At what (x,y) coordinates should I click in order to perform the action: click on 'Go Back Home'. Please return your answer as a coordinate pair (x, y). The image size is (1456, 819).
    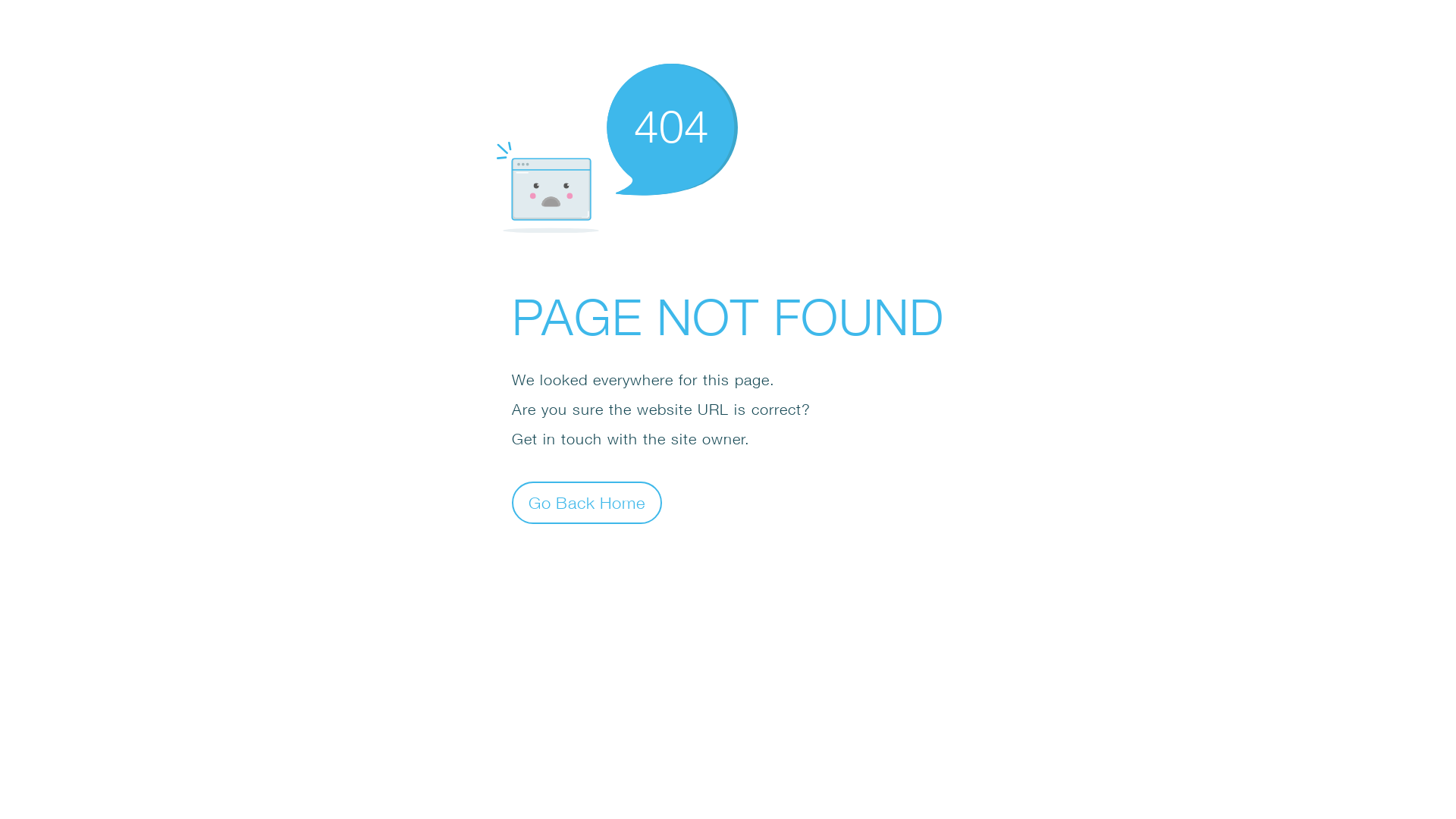
    Looking at the image, I should click on (585, 503).